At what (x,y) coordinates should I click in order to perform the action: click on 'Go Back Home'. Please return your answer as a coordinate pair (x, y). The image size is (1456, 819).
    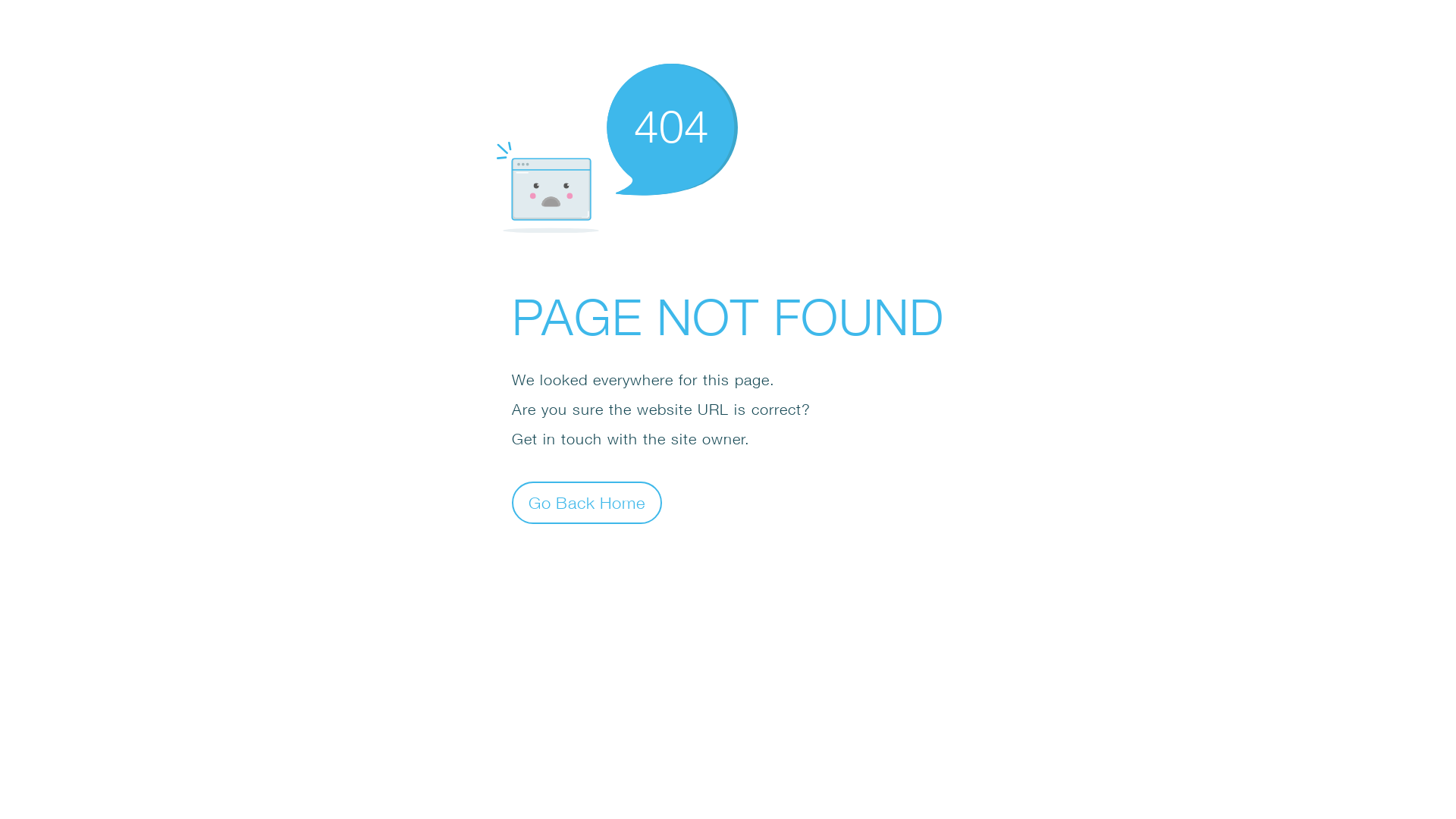
    Looking at the image, I should click on (585, 503).